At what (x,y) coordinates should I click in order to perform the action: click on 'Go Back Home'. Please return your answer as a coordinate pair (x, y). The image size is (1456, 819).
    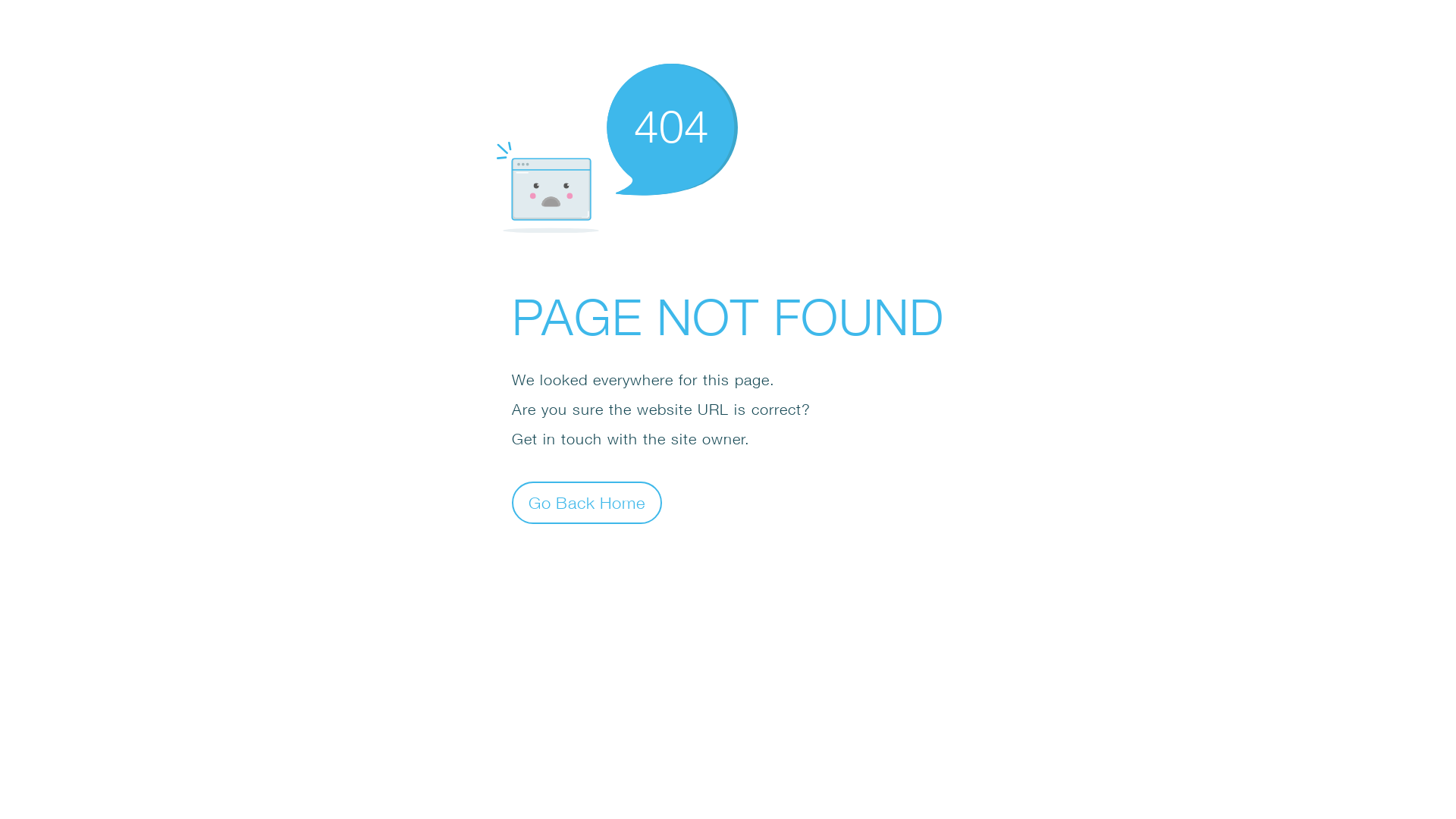
    Looking at the image, I should click on (585, 503).